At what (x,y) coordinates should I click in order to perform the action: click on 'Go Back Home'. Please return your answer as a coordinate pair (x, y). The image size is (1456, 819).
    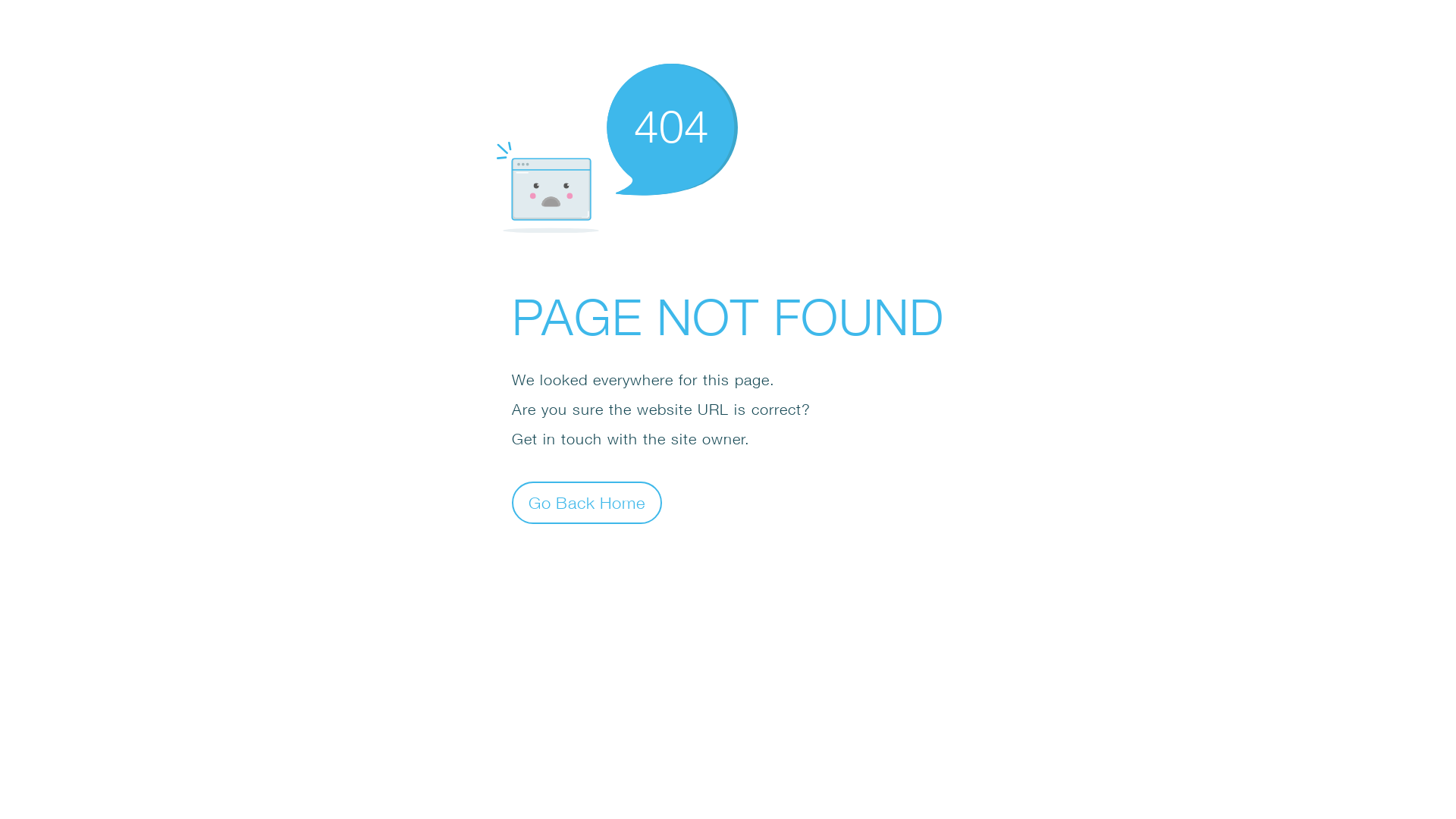
    Looking at the image, I should click on (585, 503).